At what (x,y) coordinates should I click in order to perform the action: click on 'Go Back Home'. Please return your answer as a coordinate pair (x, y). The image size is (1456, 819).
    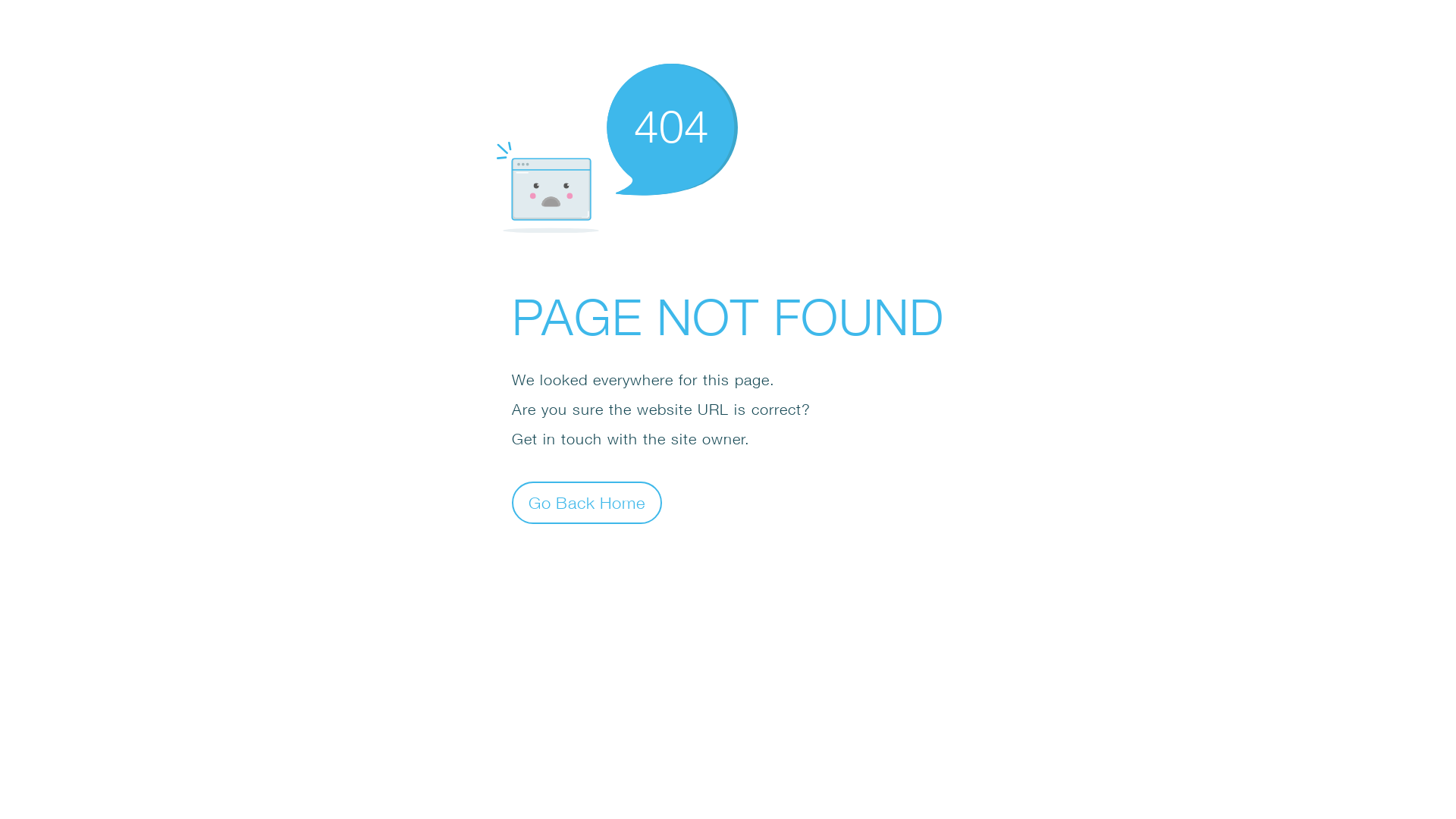
    Looking at the image, I should click on (585, 503).